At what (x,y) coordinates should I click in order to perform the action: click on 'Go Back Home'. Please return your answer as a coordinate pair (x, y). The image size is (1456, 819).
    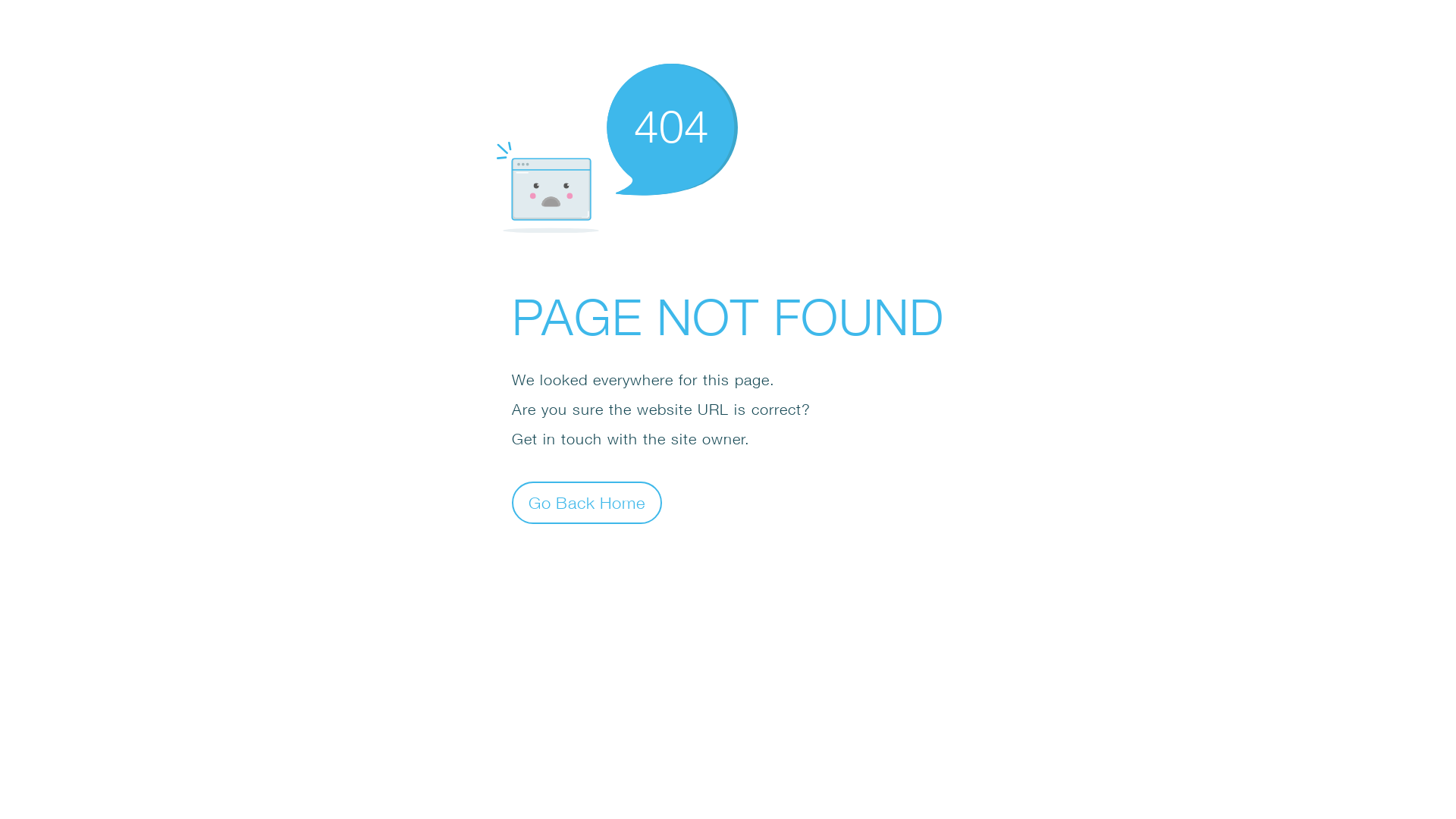
    Looking at the image, I should click on (585, 503).